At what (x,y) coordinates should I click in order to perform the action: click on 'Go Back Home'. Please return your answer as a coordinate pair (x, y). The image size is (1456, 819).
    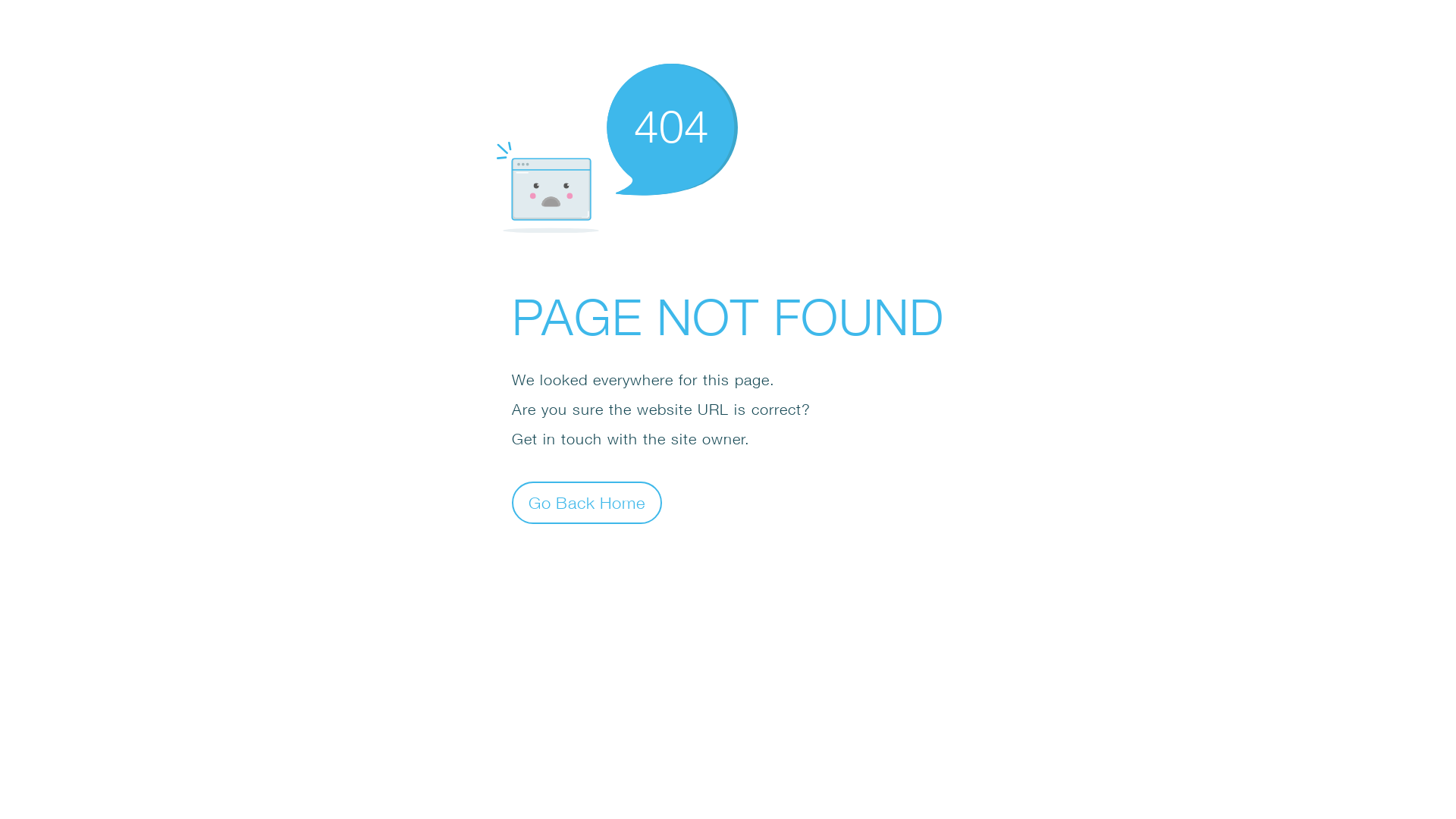
    Looking at the image, I should click on (585, 503).